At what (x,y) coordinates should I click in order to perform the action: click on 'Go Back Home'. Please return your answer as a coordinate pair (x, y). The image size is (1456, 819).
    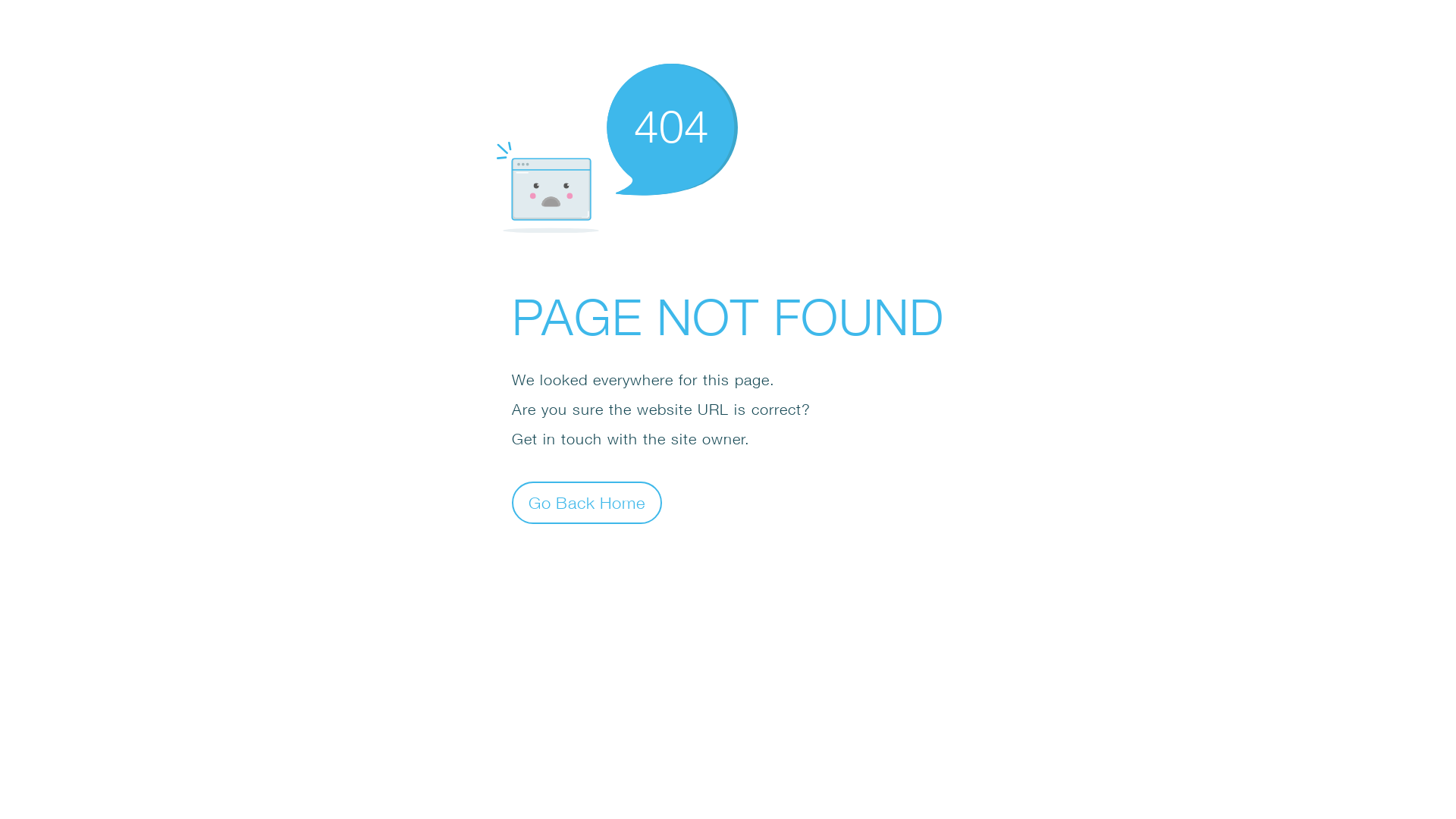
    Looking at the image, I should click on (585, 503).